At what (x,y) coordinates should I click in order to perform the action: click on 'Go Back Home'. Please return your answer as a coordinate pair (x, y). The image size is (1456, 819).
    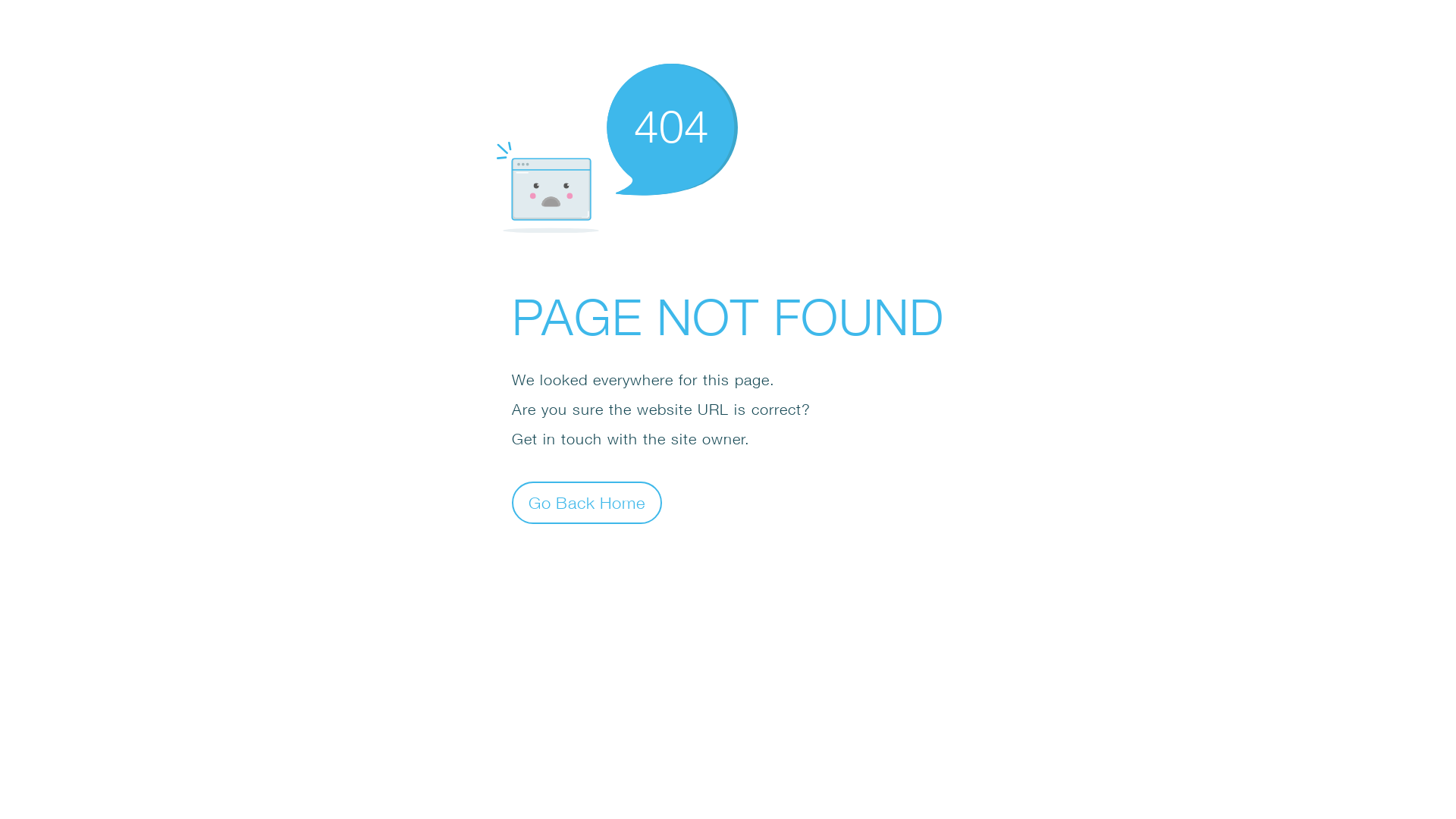
    Looking at the image, I should click on (585, 503).